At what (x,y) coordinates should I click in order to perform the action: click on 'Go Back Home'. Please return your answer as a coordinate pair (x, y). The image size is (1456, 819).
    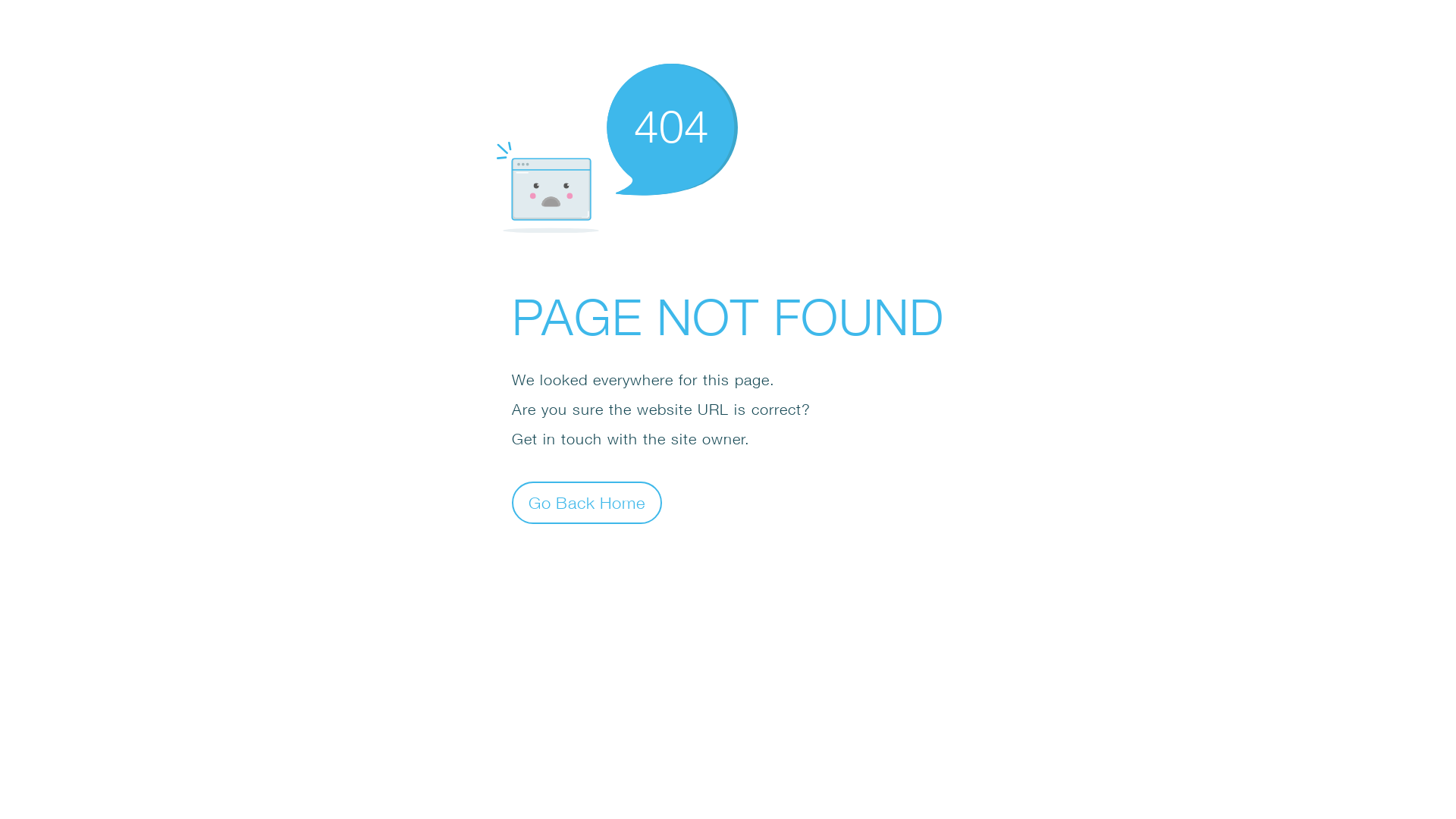
    Looking at the image, I should click on (585, 503).